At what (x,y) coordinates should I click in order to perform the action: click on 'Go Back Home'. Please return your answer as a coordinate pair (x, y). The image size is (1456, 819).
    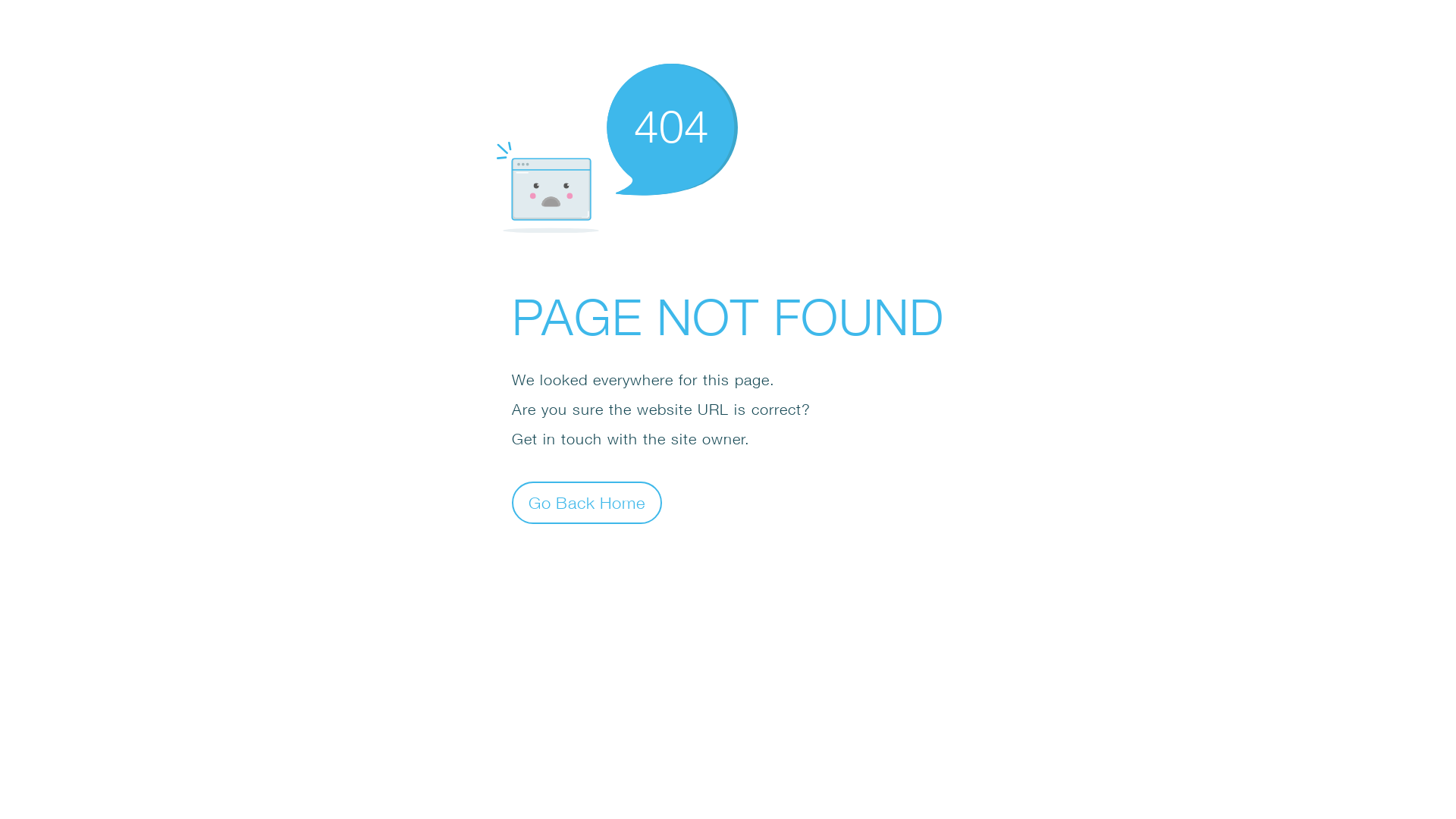
    Looking at the image, I should click on (585, 503).